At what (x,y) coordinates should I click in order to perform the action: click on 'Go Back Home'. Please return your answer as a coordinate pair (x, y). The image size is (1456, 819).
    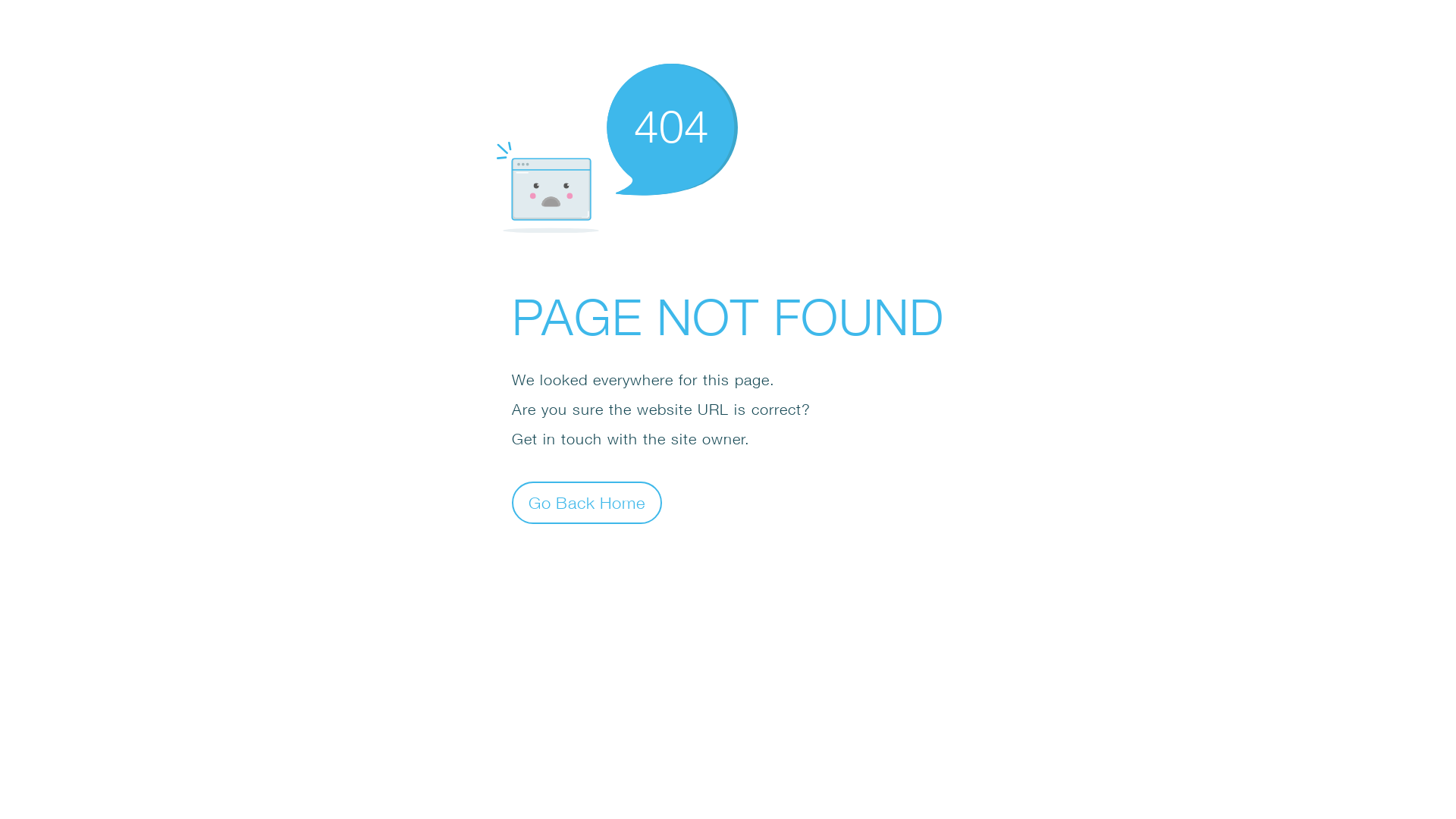
    Looking at the image, I should click on (585, 503).